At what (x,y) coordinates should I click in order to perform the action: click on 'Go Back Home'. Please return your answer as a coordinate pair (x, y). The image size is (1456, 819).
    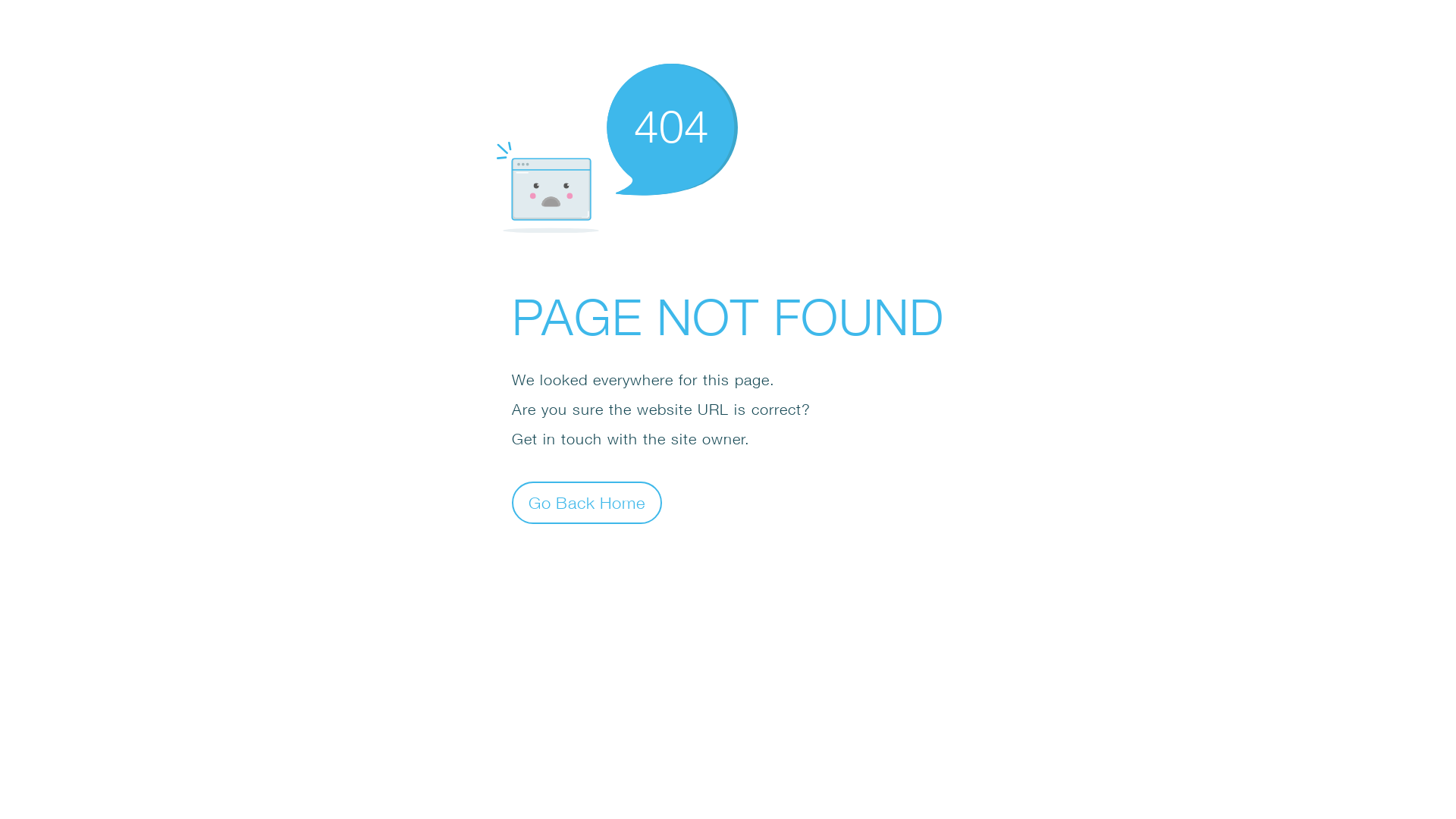
    Looking at the image, I should click on (585, 503).